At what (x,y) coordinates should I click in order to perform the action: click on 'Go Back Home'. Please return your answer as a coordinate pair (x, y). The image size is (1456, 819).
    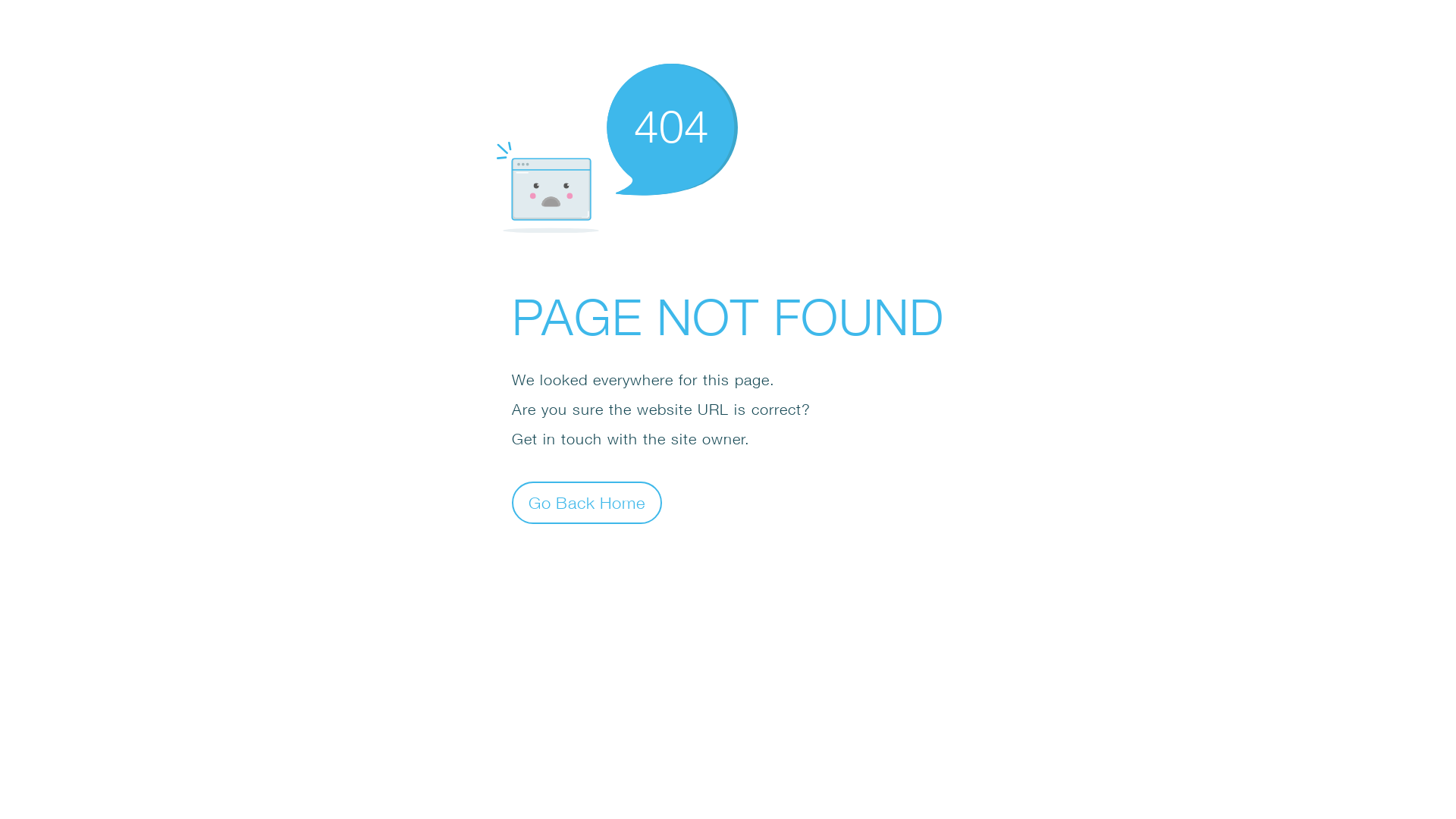
    Looking at the image, I should click on (585, 503).